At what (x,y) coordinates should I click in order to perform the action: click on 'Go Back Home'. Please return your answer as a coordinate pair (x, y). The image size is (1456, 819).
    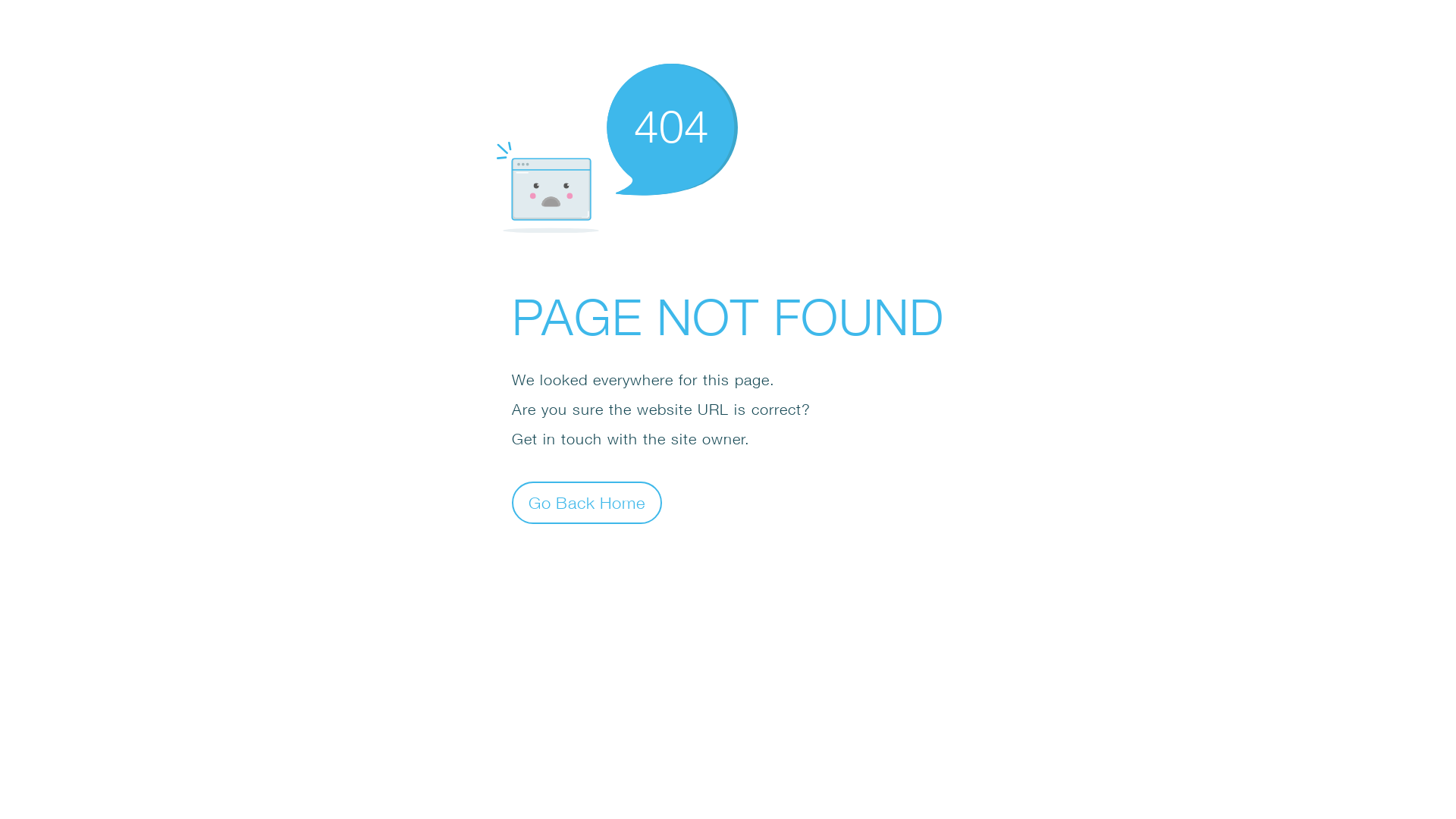
    Looking at the image, I should click on (585, 503).